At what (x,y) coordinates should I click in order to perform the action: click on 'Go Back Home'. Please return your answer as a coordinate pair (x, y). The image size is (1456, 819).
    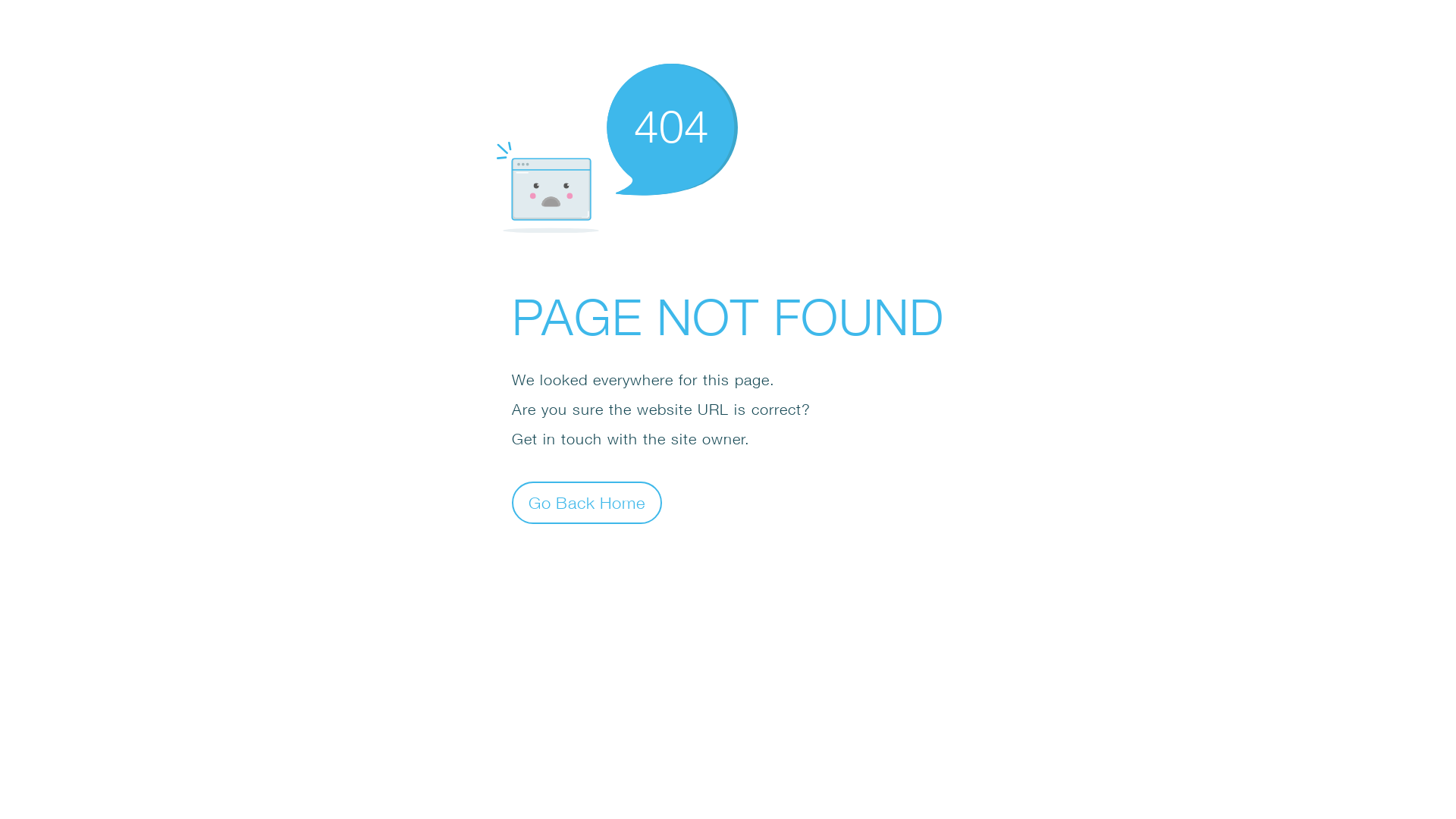
    Looking at the image, I should click on (585, 503).